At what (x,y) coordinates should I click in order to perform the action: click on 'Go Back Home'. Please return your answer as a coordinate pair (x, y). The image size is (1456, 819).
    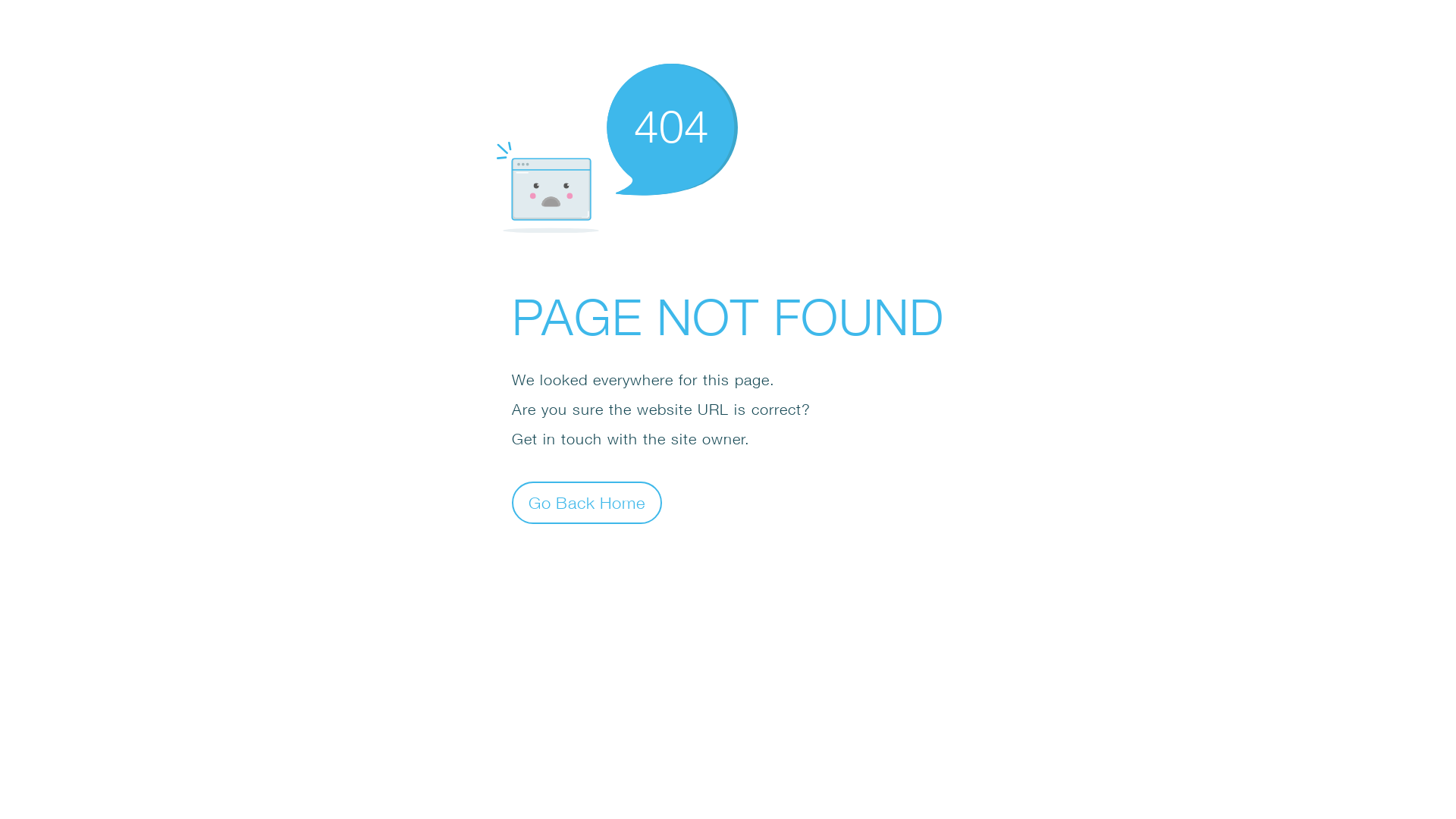
    Looking at the image, I should click on (585, 503).